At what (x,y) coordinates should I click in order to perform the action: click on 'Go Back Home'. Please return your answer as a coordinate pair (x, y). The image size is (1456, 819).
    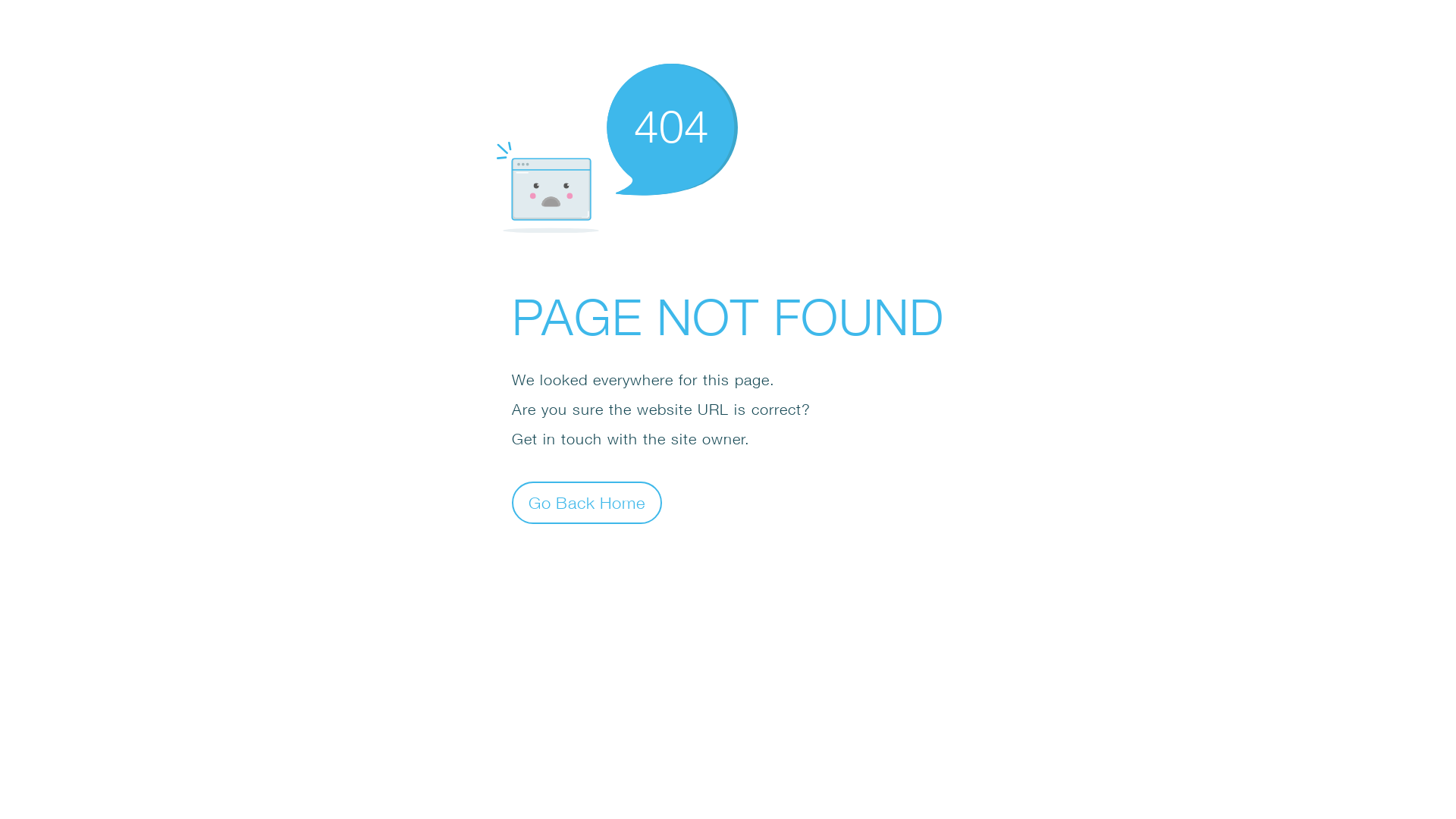
    Looking at the image, I should click on (585, 503).